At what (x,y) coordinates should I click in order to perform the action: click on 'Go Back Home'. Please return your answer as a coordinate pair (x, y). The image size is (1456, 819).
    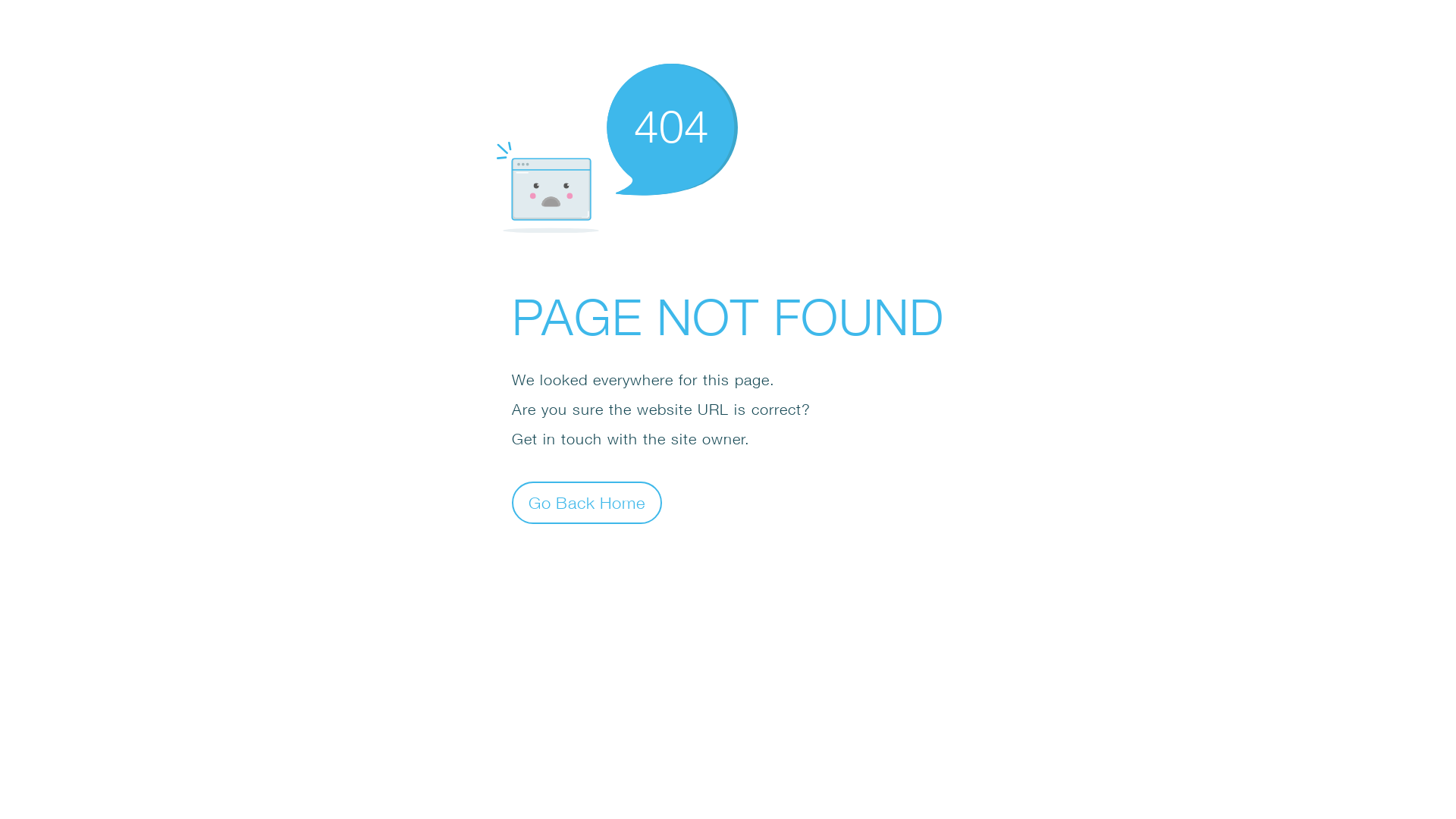
    Looking at the image, I should click on (585, 503).